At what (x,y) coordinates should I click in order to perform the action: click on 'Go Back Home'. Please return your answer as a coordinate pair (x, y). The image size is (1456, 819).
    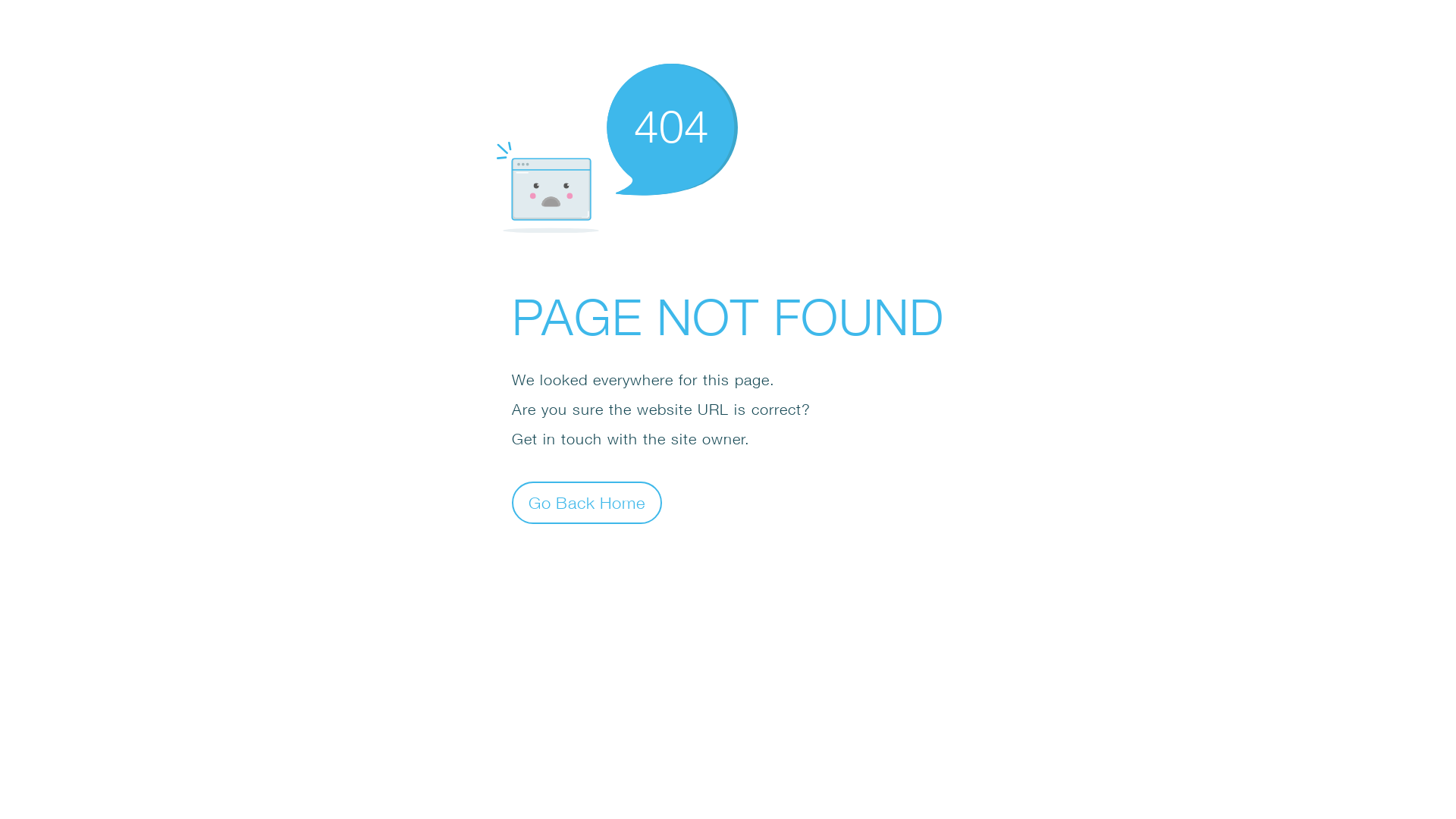
    Looking at the image, I should click on (585, 503).